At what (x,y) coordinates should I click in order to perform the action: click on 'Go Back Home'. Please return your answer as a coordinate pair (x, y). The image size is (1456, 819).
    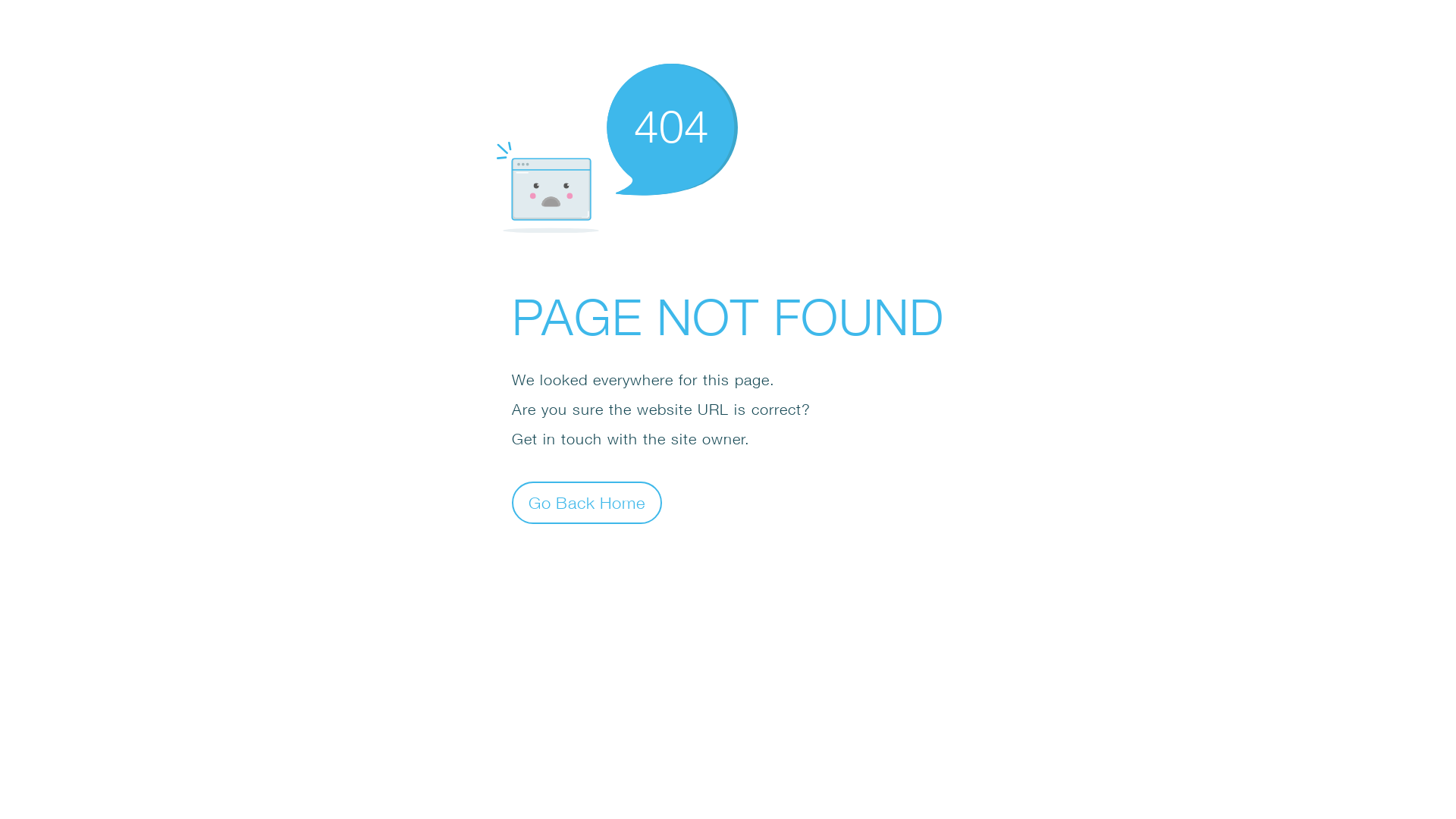
    Looking at the image, I should click on (585, 503).